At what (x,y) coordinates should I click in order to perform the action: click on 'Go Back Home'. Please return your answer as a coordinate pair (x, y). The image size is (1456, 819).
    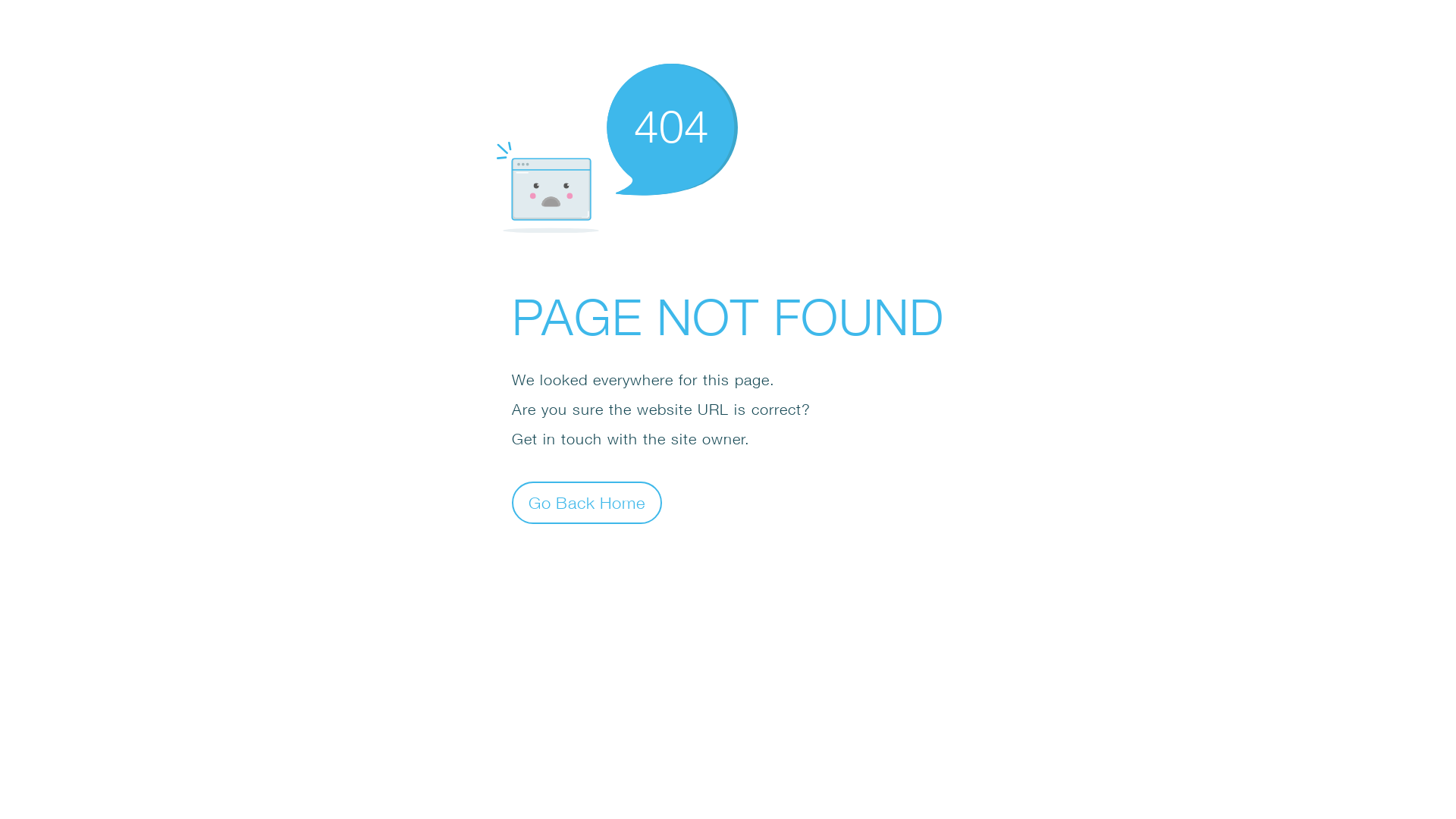
    Looking at the image, I should click on (585, 503).